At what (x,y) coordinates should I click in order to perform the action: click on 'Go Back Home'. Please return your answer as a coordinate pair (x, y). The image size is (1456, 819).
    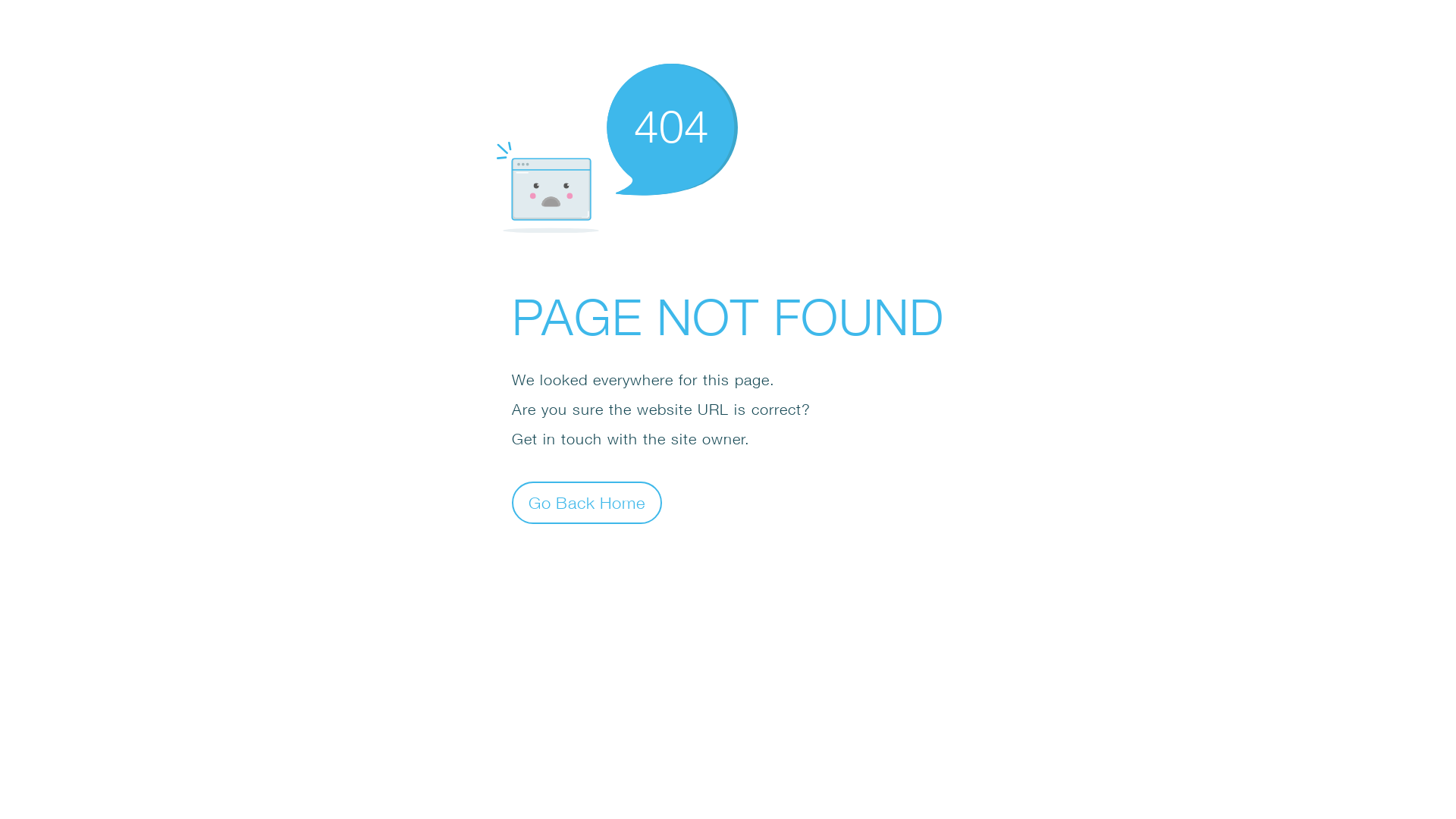
    Looking at the image, I should click on (585, 503).